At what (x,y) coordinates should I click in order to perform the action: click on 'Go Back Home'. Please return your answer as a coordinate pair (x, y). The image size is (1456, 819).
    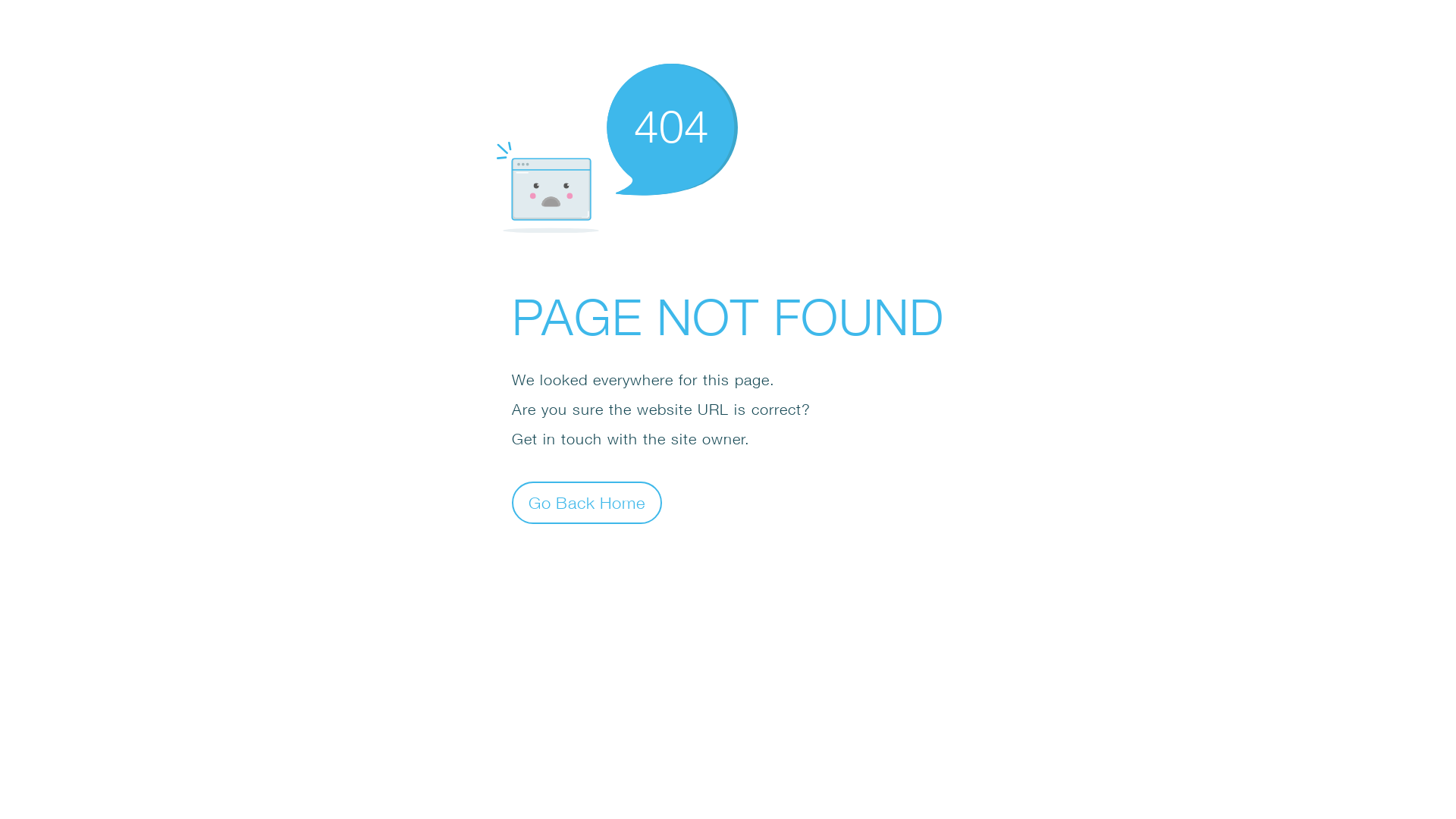
    Looking at the image, I should click on (585, 503).